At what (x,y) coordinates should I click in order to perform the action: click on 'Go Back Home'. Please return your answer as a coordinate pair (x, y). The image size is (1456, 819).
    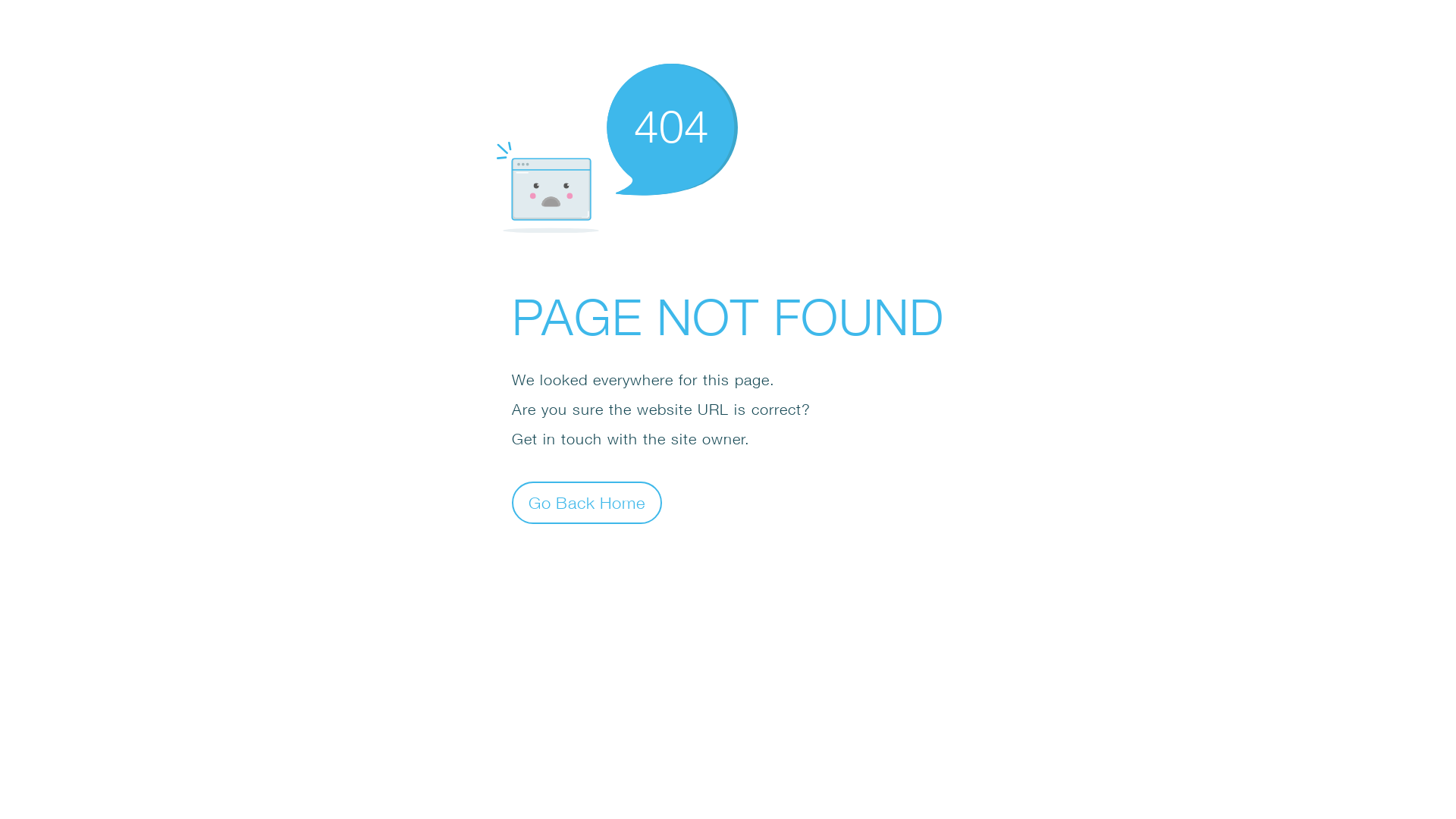
    Looking at the image, I should click on (585, 503).